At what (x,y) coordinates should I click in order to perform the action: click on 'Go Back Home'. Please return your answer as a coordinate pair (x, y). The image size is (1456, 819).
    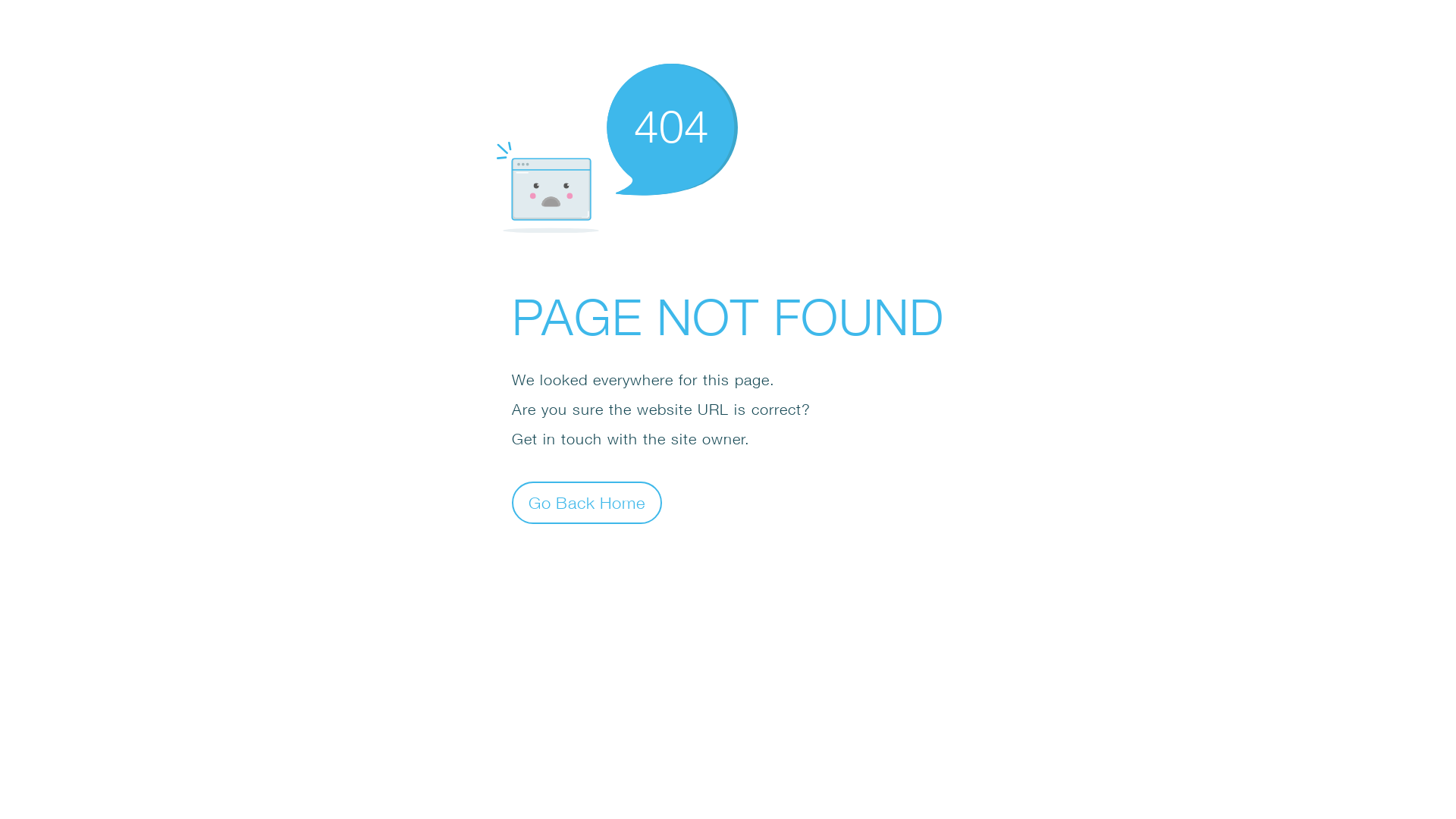
    Looking at the image, I should click on (585, 503).